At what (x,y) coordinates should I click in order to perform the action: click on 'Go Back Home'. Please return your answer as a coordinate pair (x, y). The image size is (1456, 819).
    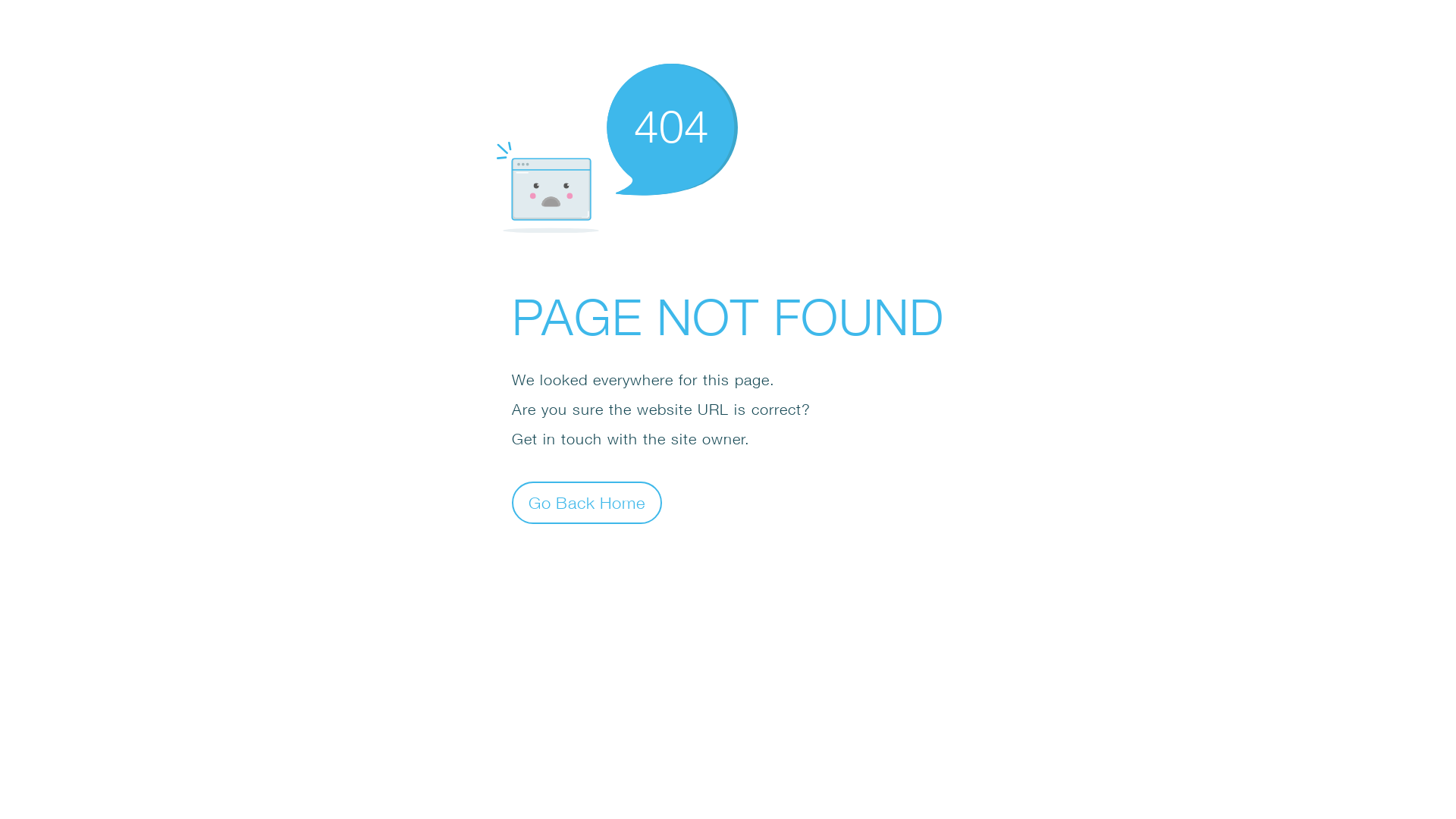
    Looking at the image, I should click on (585, 503).